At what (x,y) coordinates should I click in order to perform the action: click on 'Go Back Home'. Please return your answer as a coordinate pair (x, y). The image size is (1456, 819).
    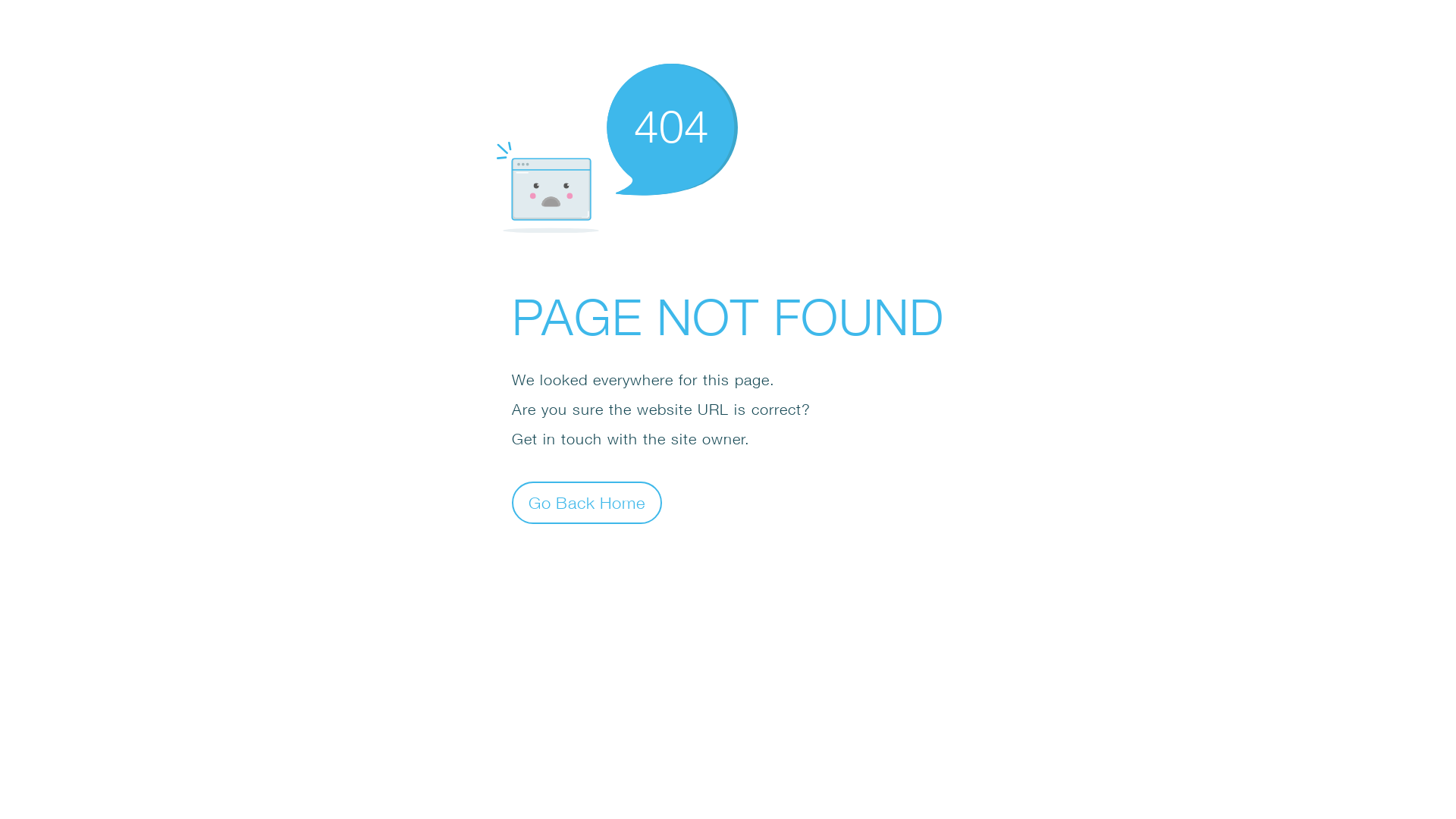
    Looking at the image, I should click on (585, 503).